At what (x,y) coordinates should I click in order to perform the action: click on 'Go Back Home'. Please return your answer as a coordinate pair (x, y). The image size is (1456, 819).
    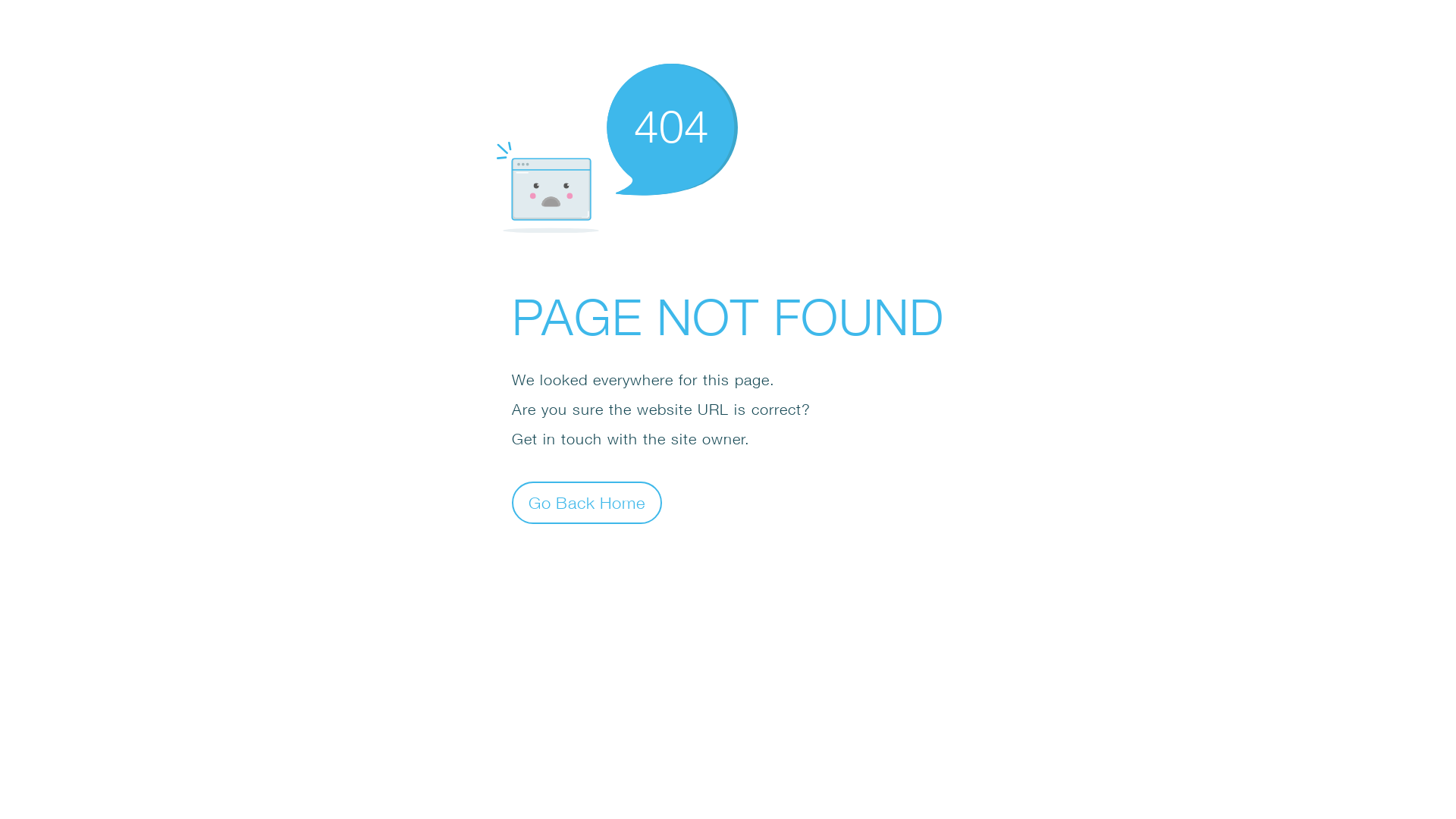
    Looking at the image, I should click on (585, 503).